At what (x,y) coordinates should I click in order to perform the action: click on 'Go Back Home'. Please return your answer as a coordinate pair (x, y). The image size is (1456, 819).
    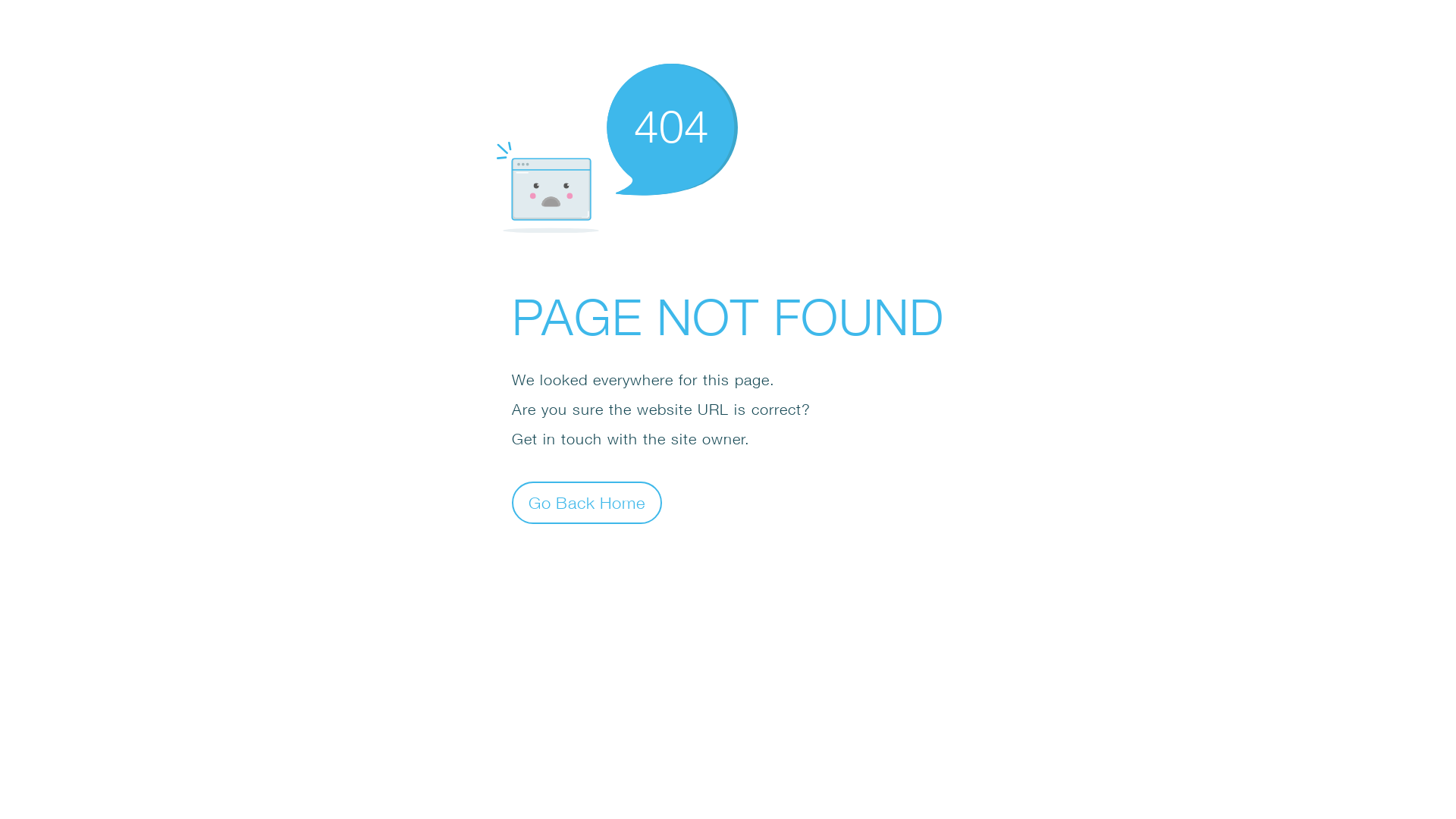
    Looking at the image, I should click on (585, 503).